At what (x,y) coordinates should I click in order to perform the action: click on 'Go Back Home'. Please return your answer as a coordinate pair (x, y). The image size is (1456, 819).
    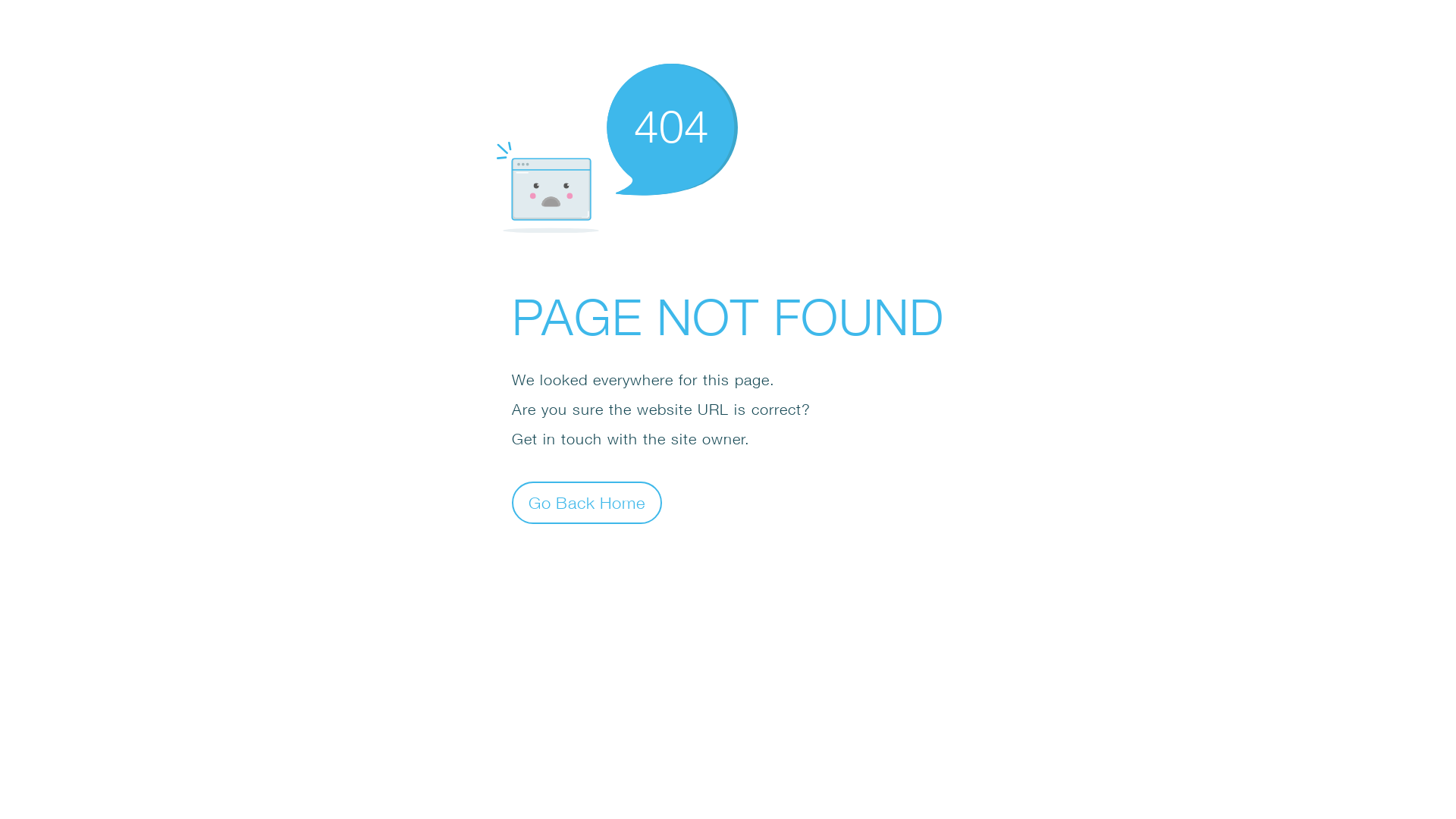
    Looking at the image, I should click on (585, 503).